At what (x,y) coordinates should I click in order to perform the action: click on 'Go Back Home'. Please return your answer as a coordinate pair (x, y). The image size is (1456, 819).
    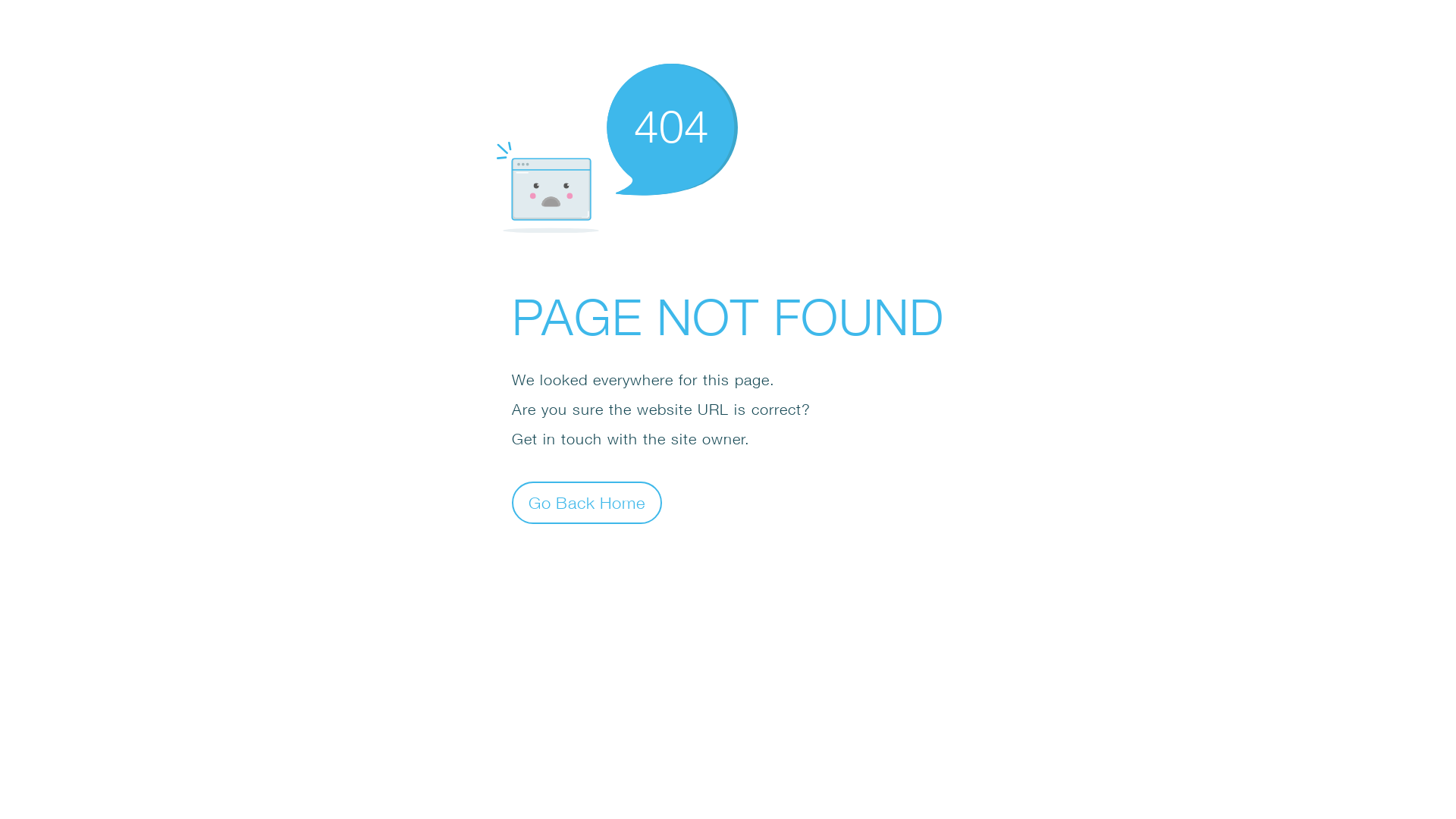
    Looking at the image, I should click on (585, 503).